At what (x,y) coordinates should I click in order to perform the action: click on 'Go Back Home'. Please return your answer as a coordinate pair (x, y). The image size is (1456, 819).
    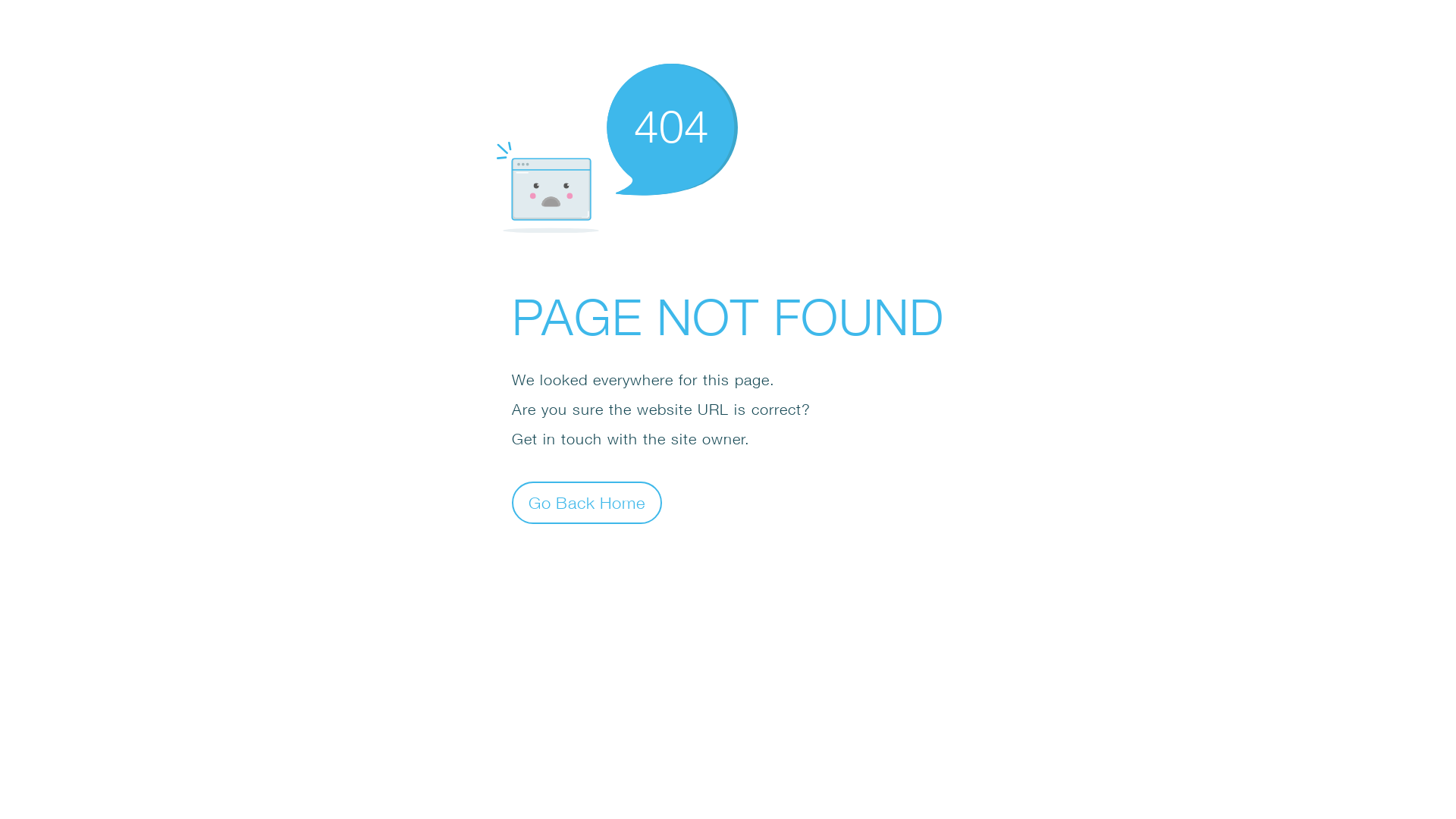
    Looking at the image, I should click on (585, 503).